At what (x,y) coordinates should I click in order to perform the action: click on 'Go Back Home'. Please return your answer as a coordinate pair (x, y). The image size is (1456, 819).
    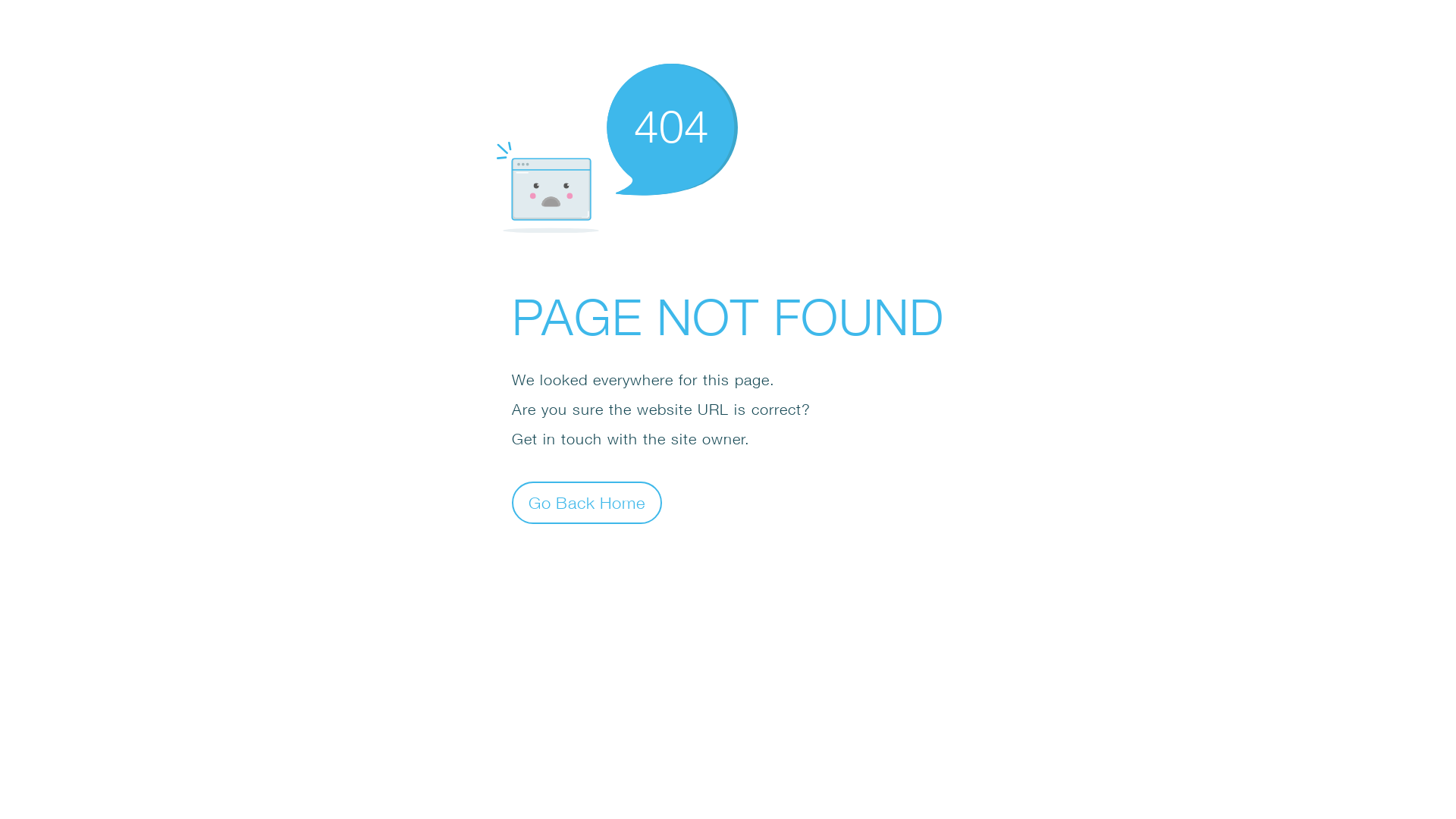
    Looking at the image, I should click on (585, 503).